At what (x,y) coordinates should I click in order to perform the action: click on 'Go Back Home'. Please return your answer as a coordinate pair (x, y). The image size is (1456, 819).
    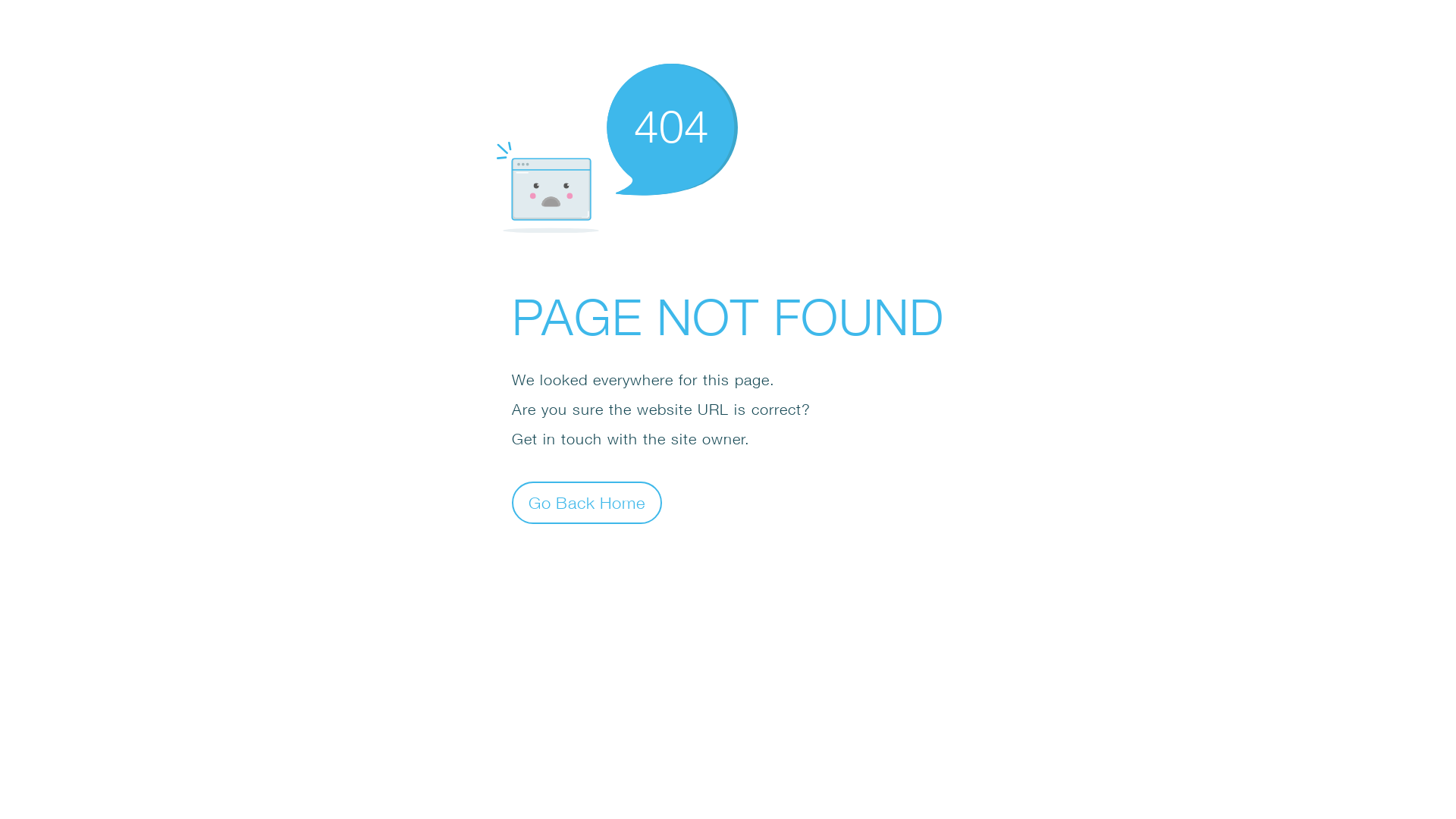
    Looking at the image, I should click on (585, 503).